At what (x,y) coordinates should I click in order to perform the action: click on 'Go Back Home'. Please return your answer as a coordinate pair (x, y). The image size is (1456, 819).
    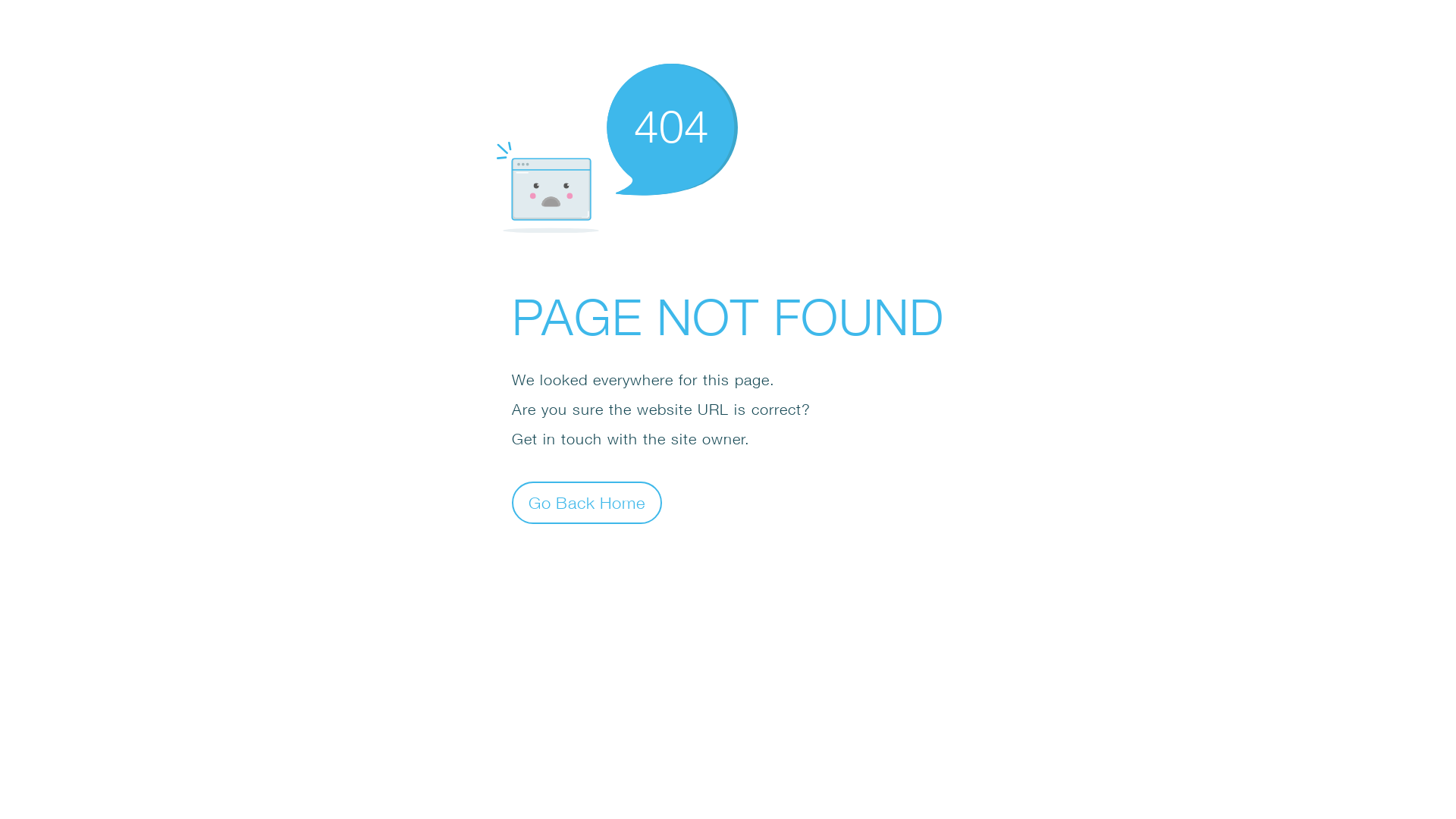
    Looking at the image, I should click on (585, 503).